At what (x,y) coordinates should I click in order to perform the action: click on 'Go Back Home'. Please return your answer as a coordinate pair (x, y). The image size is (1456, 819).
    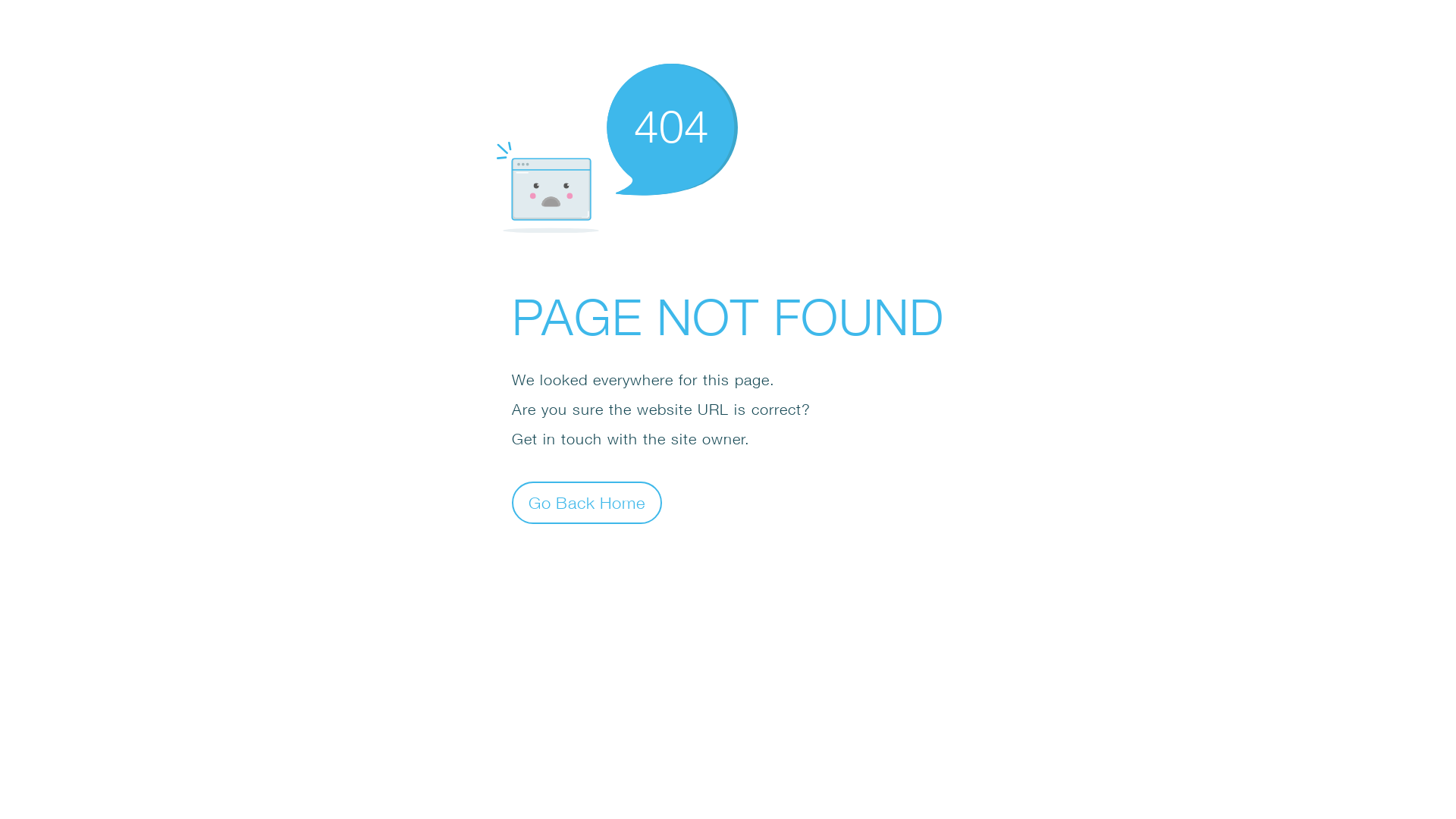
    Looking at the image, I should click on (585, 503).